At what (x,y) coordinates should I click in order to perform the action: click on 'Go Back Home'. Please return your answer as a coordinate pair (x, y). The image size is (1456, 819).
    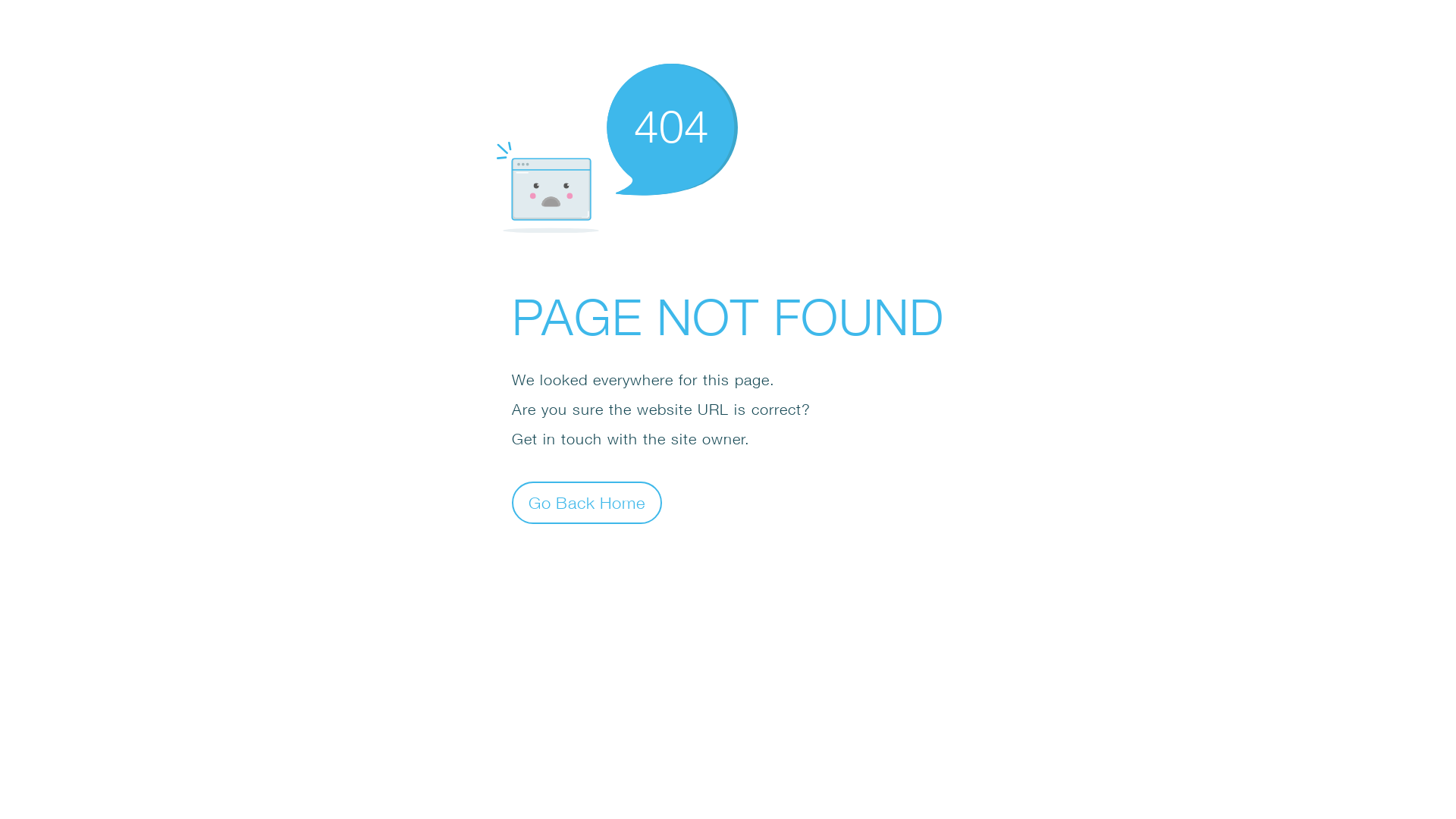
    Looking at the image, I should click on (585, 503).